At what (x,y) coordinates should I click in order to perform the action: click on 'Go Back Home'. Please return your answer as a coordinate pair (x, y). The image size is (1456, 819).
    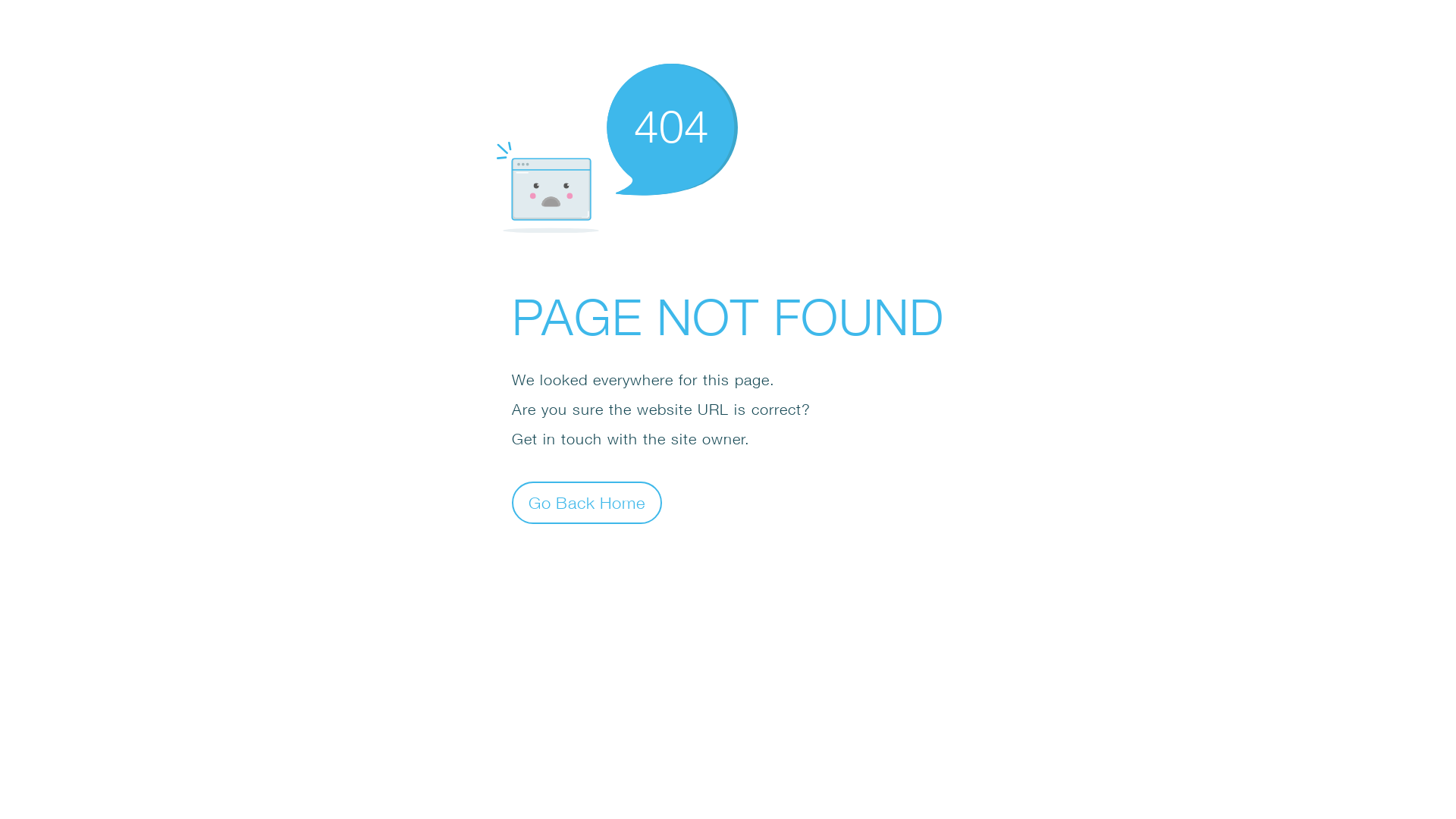
    Looking at the image, I should click on (585, 503).